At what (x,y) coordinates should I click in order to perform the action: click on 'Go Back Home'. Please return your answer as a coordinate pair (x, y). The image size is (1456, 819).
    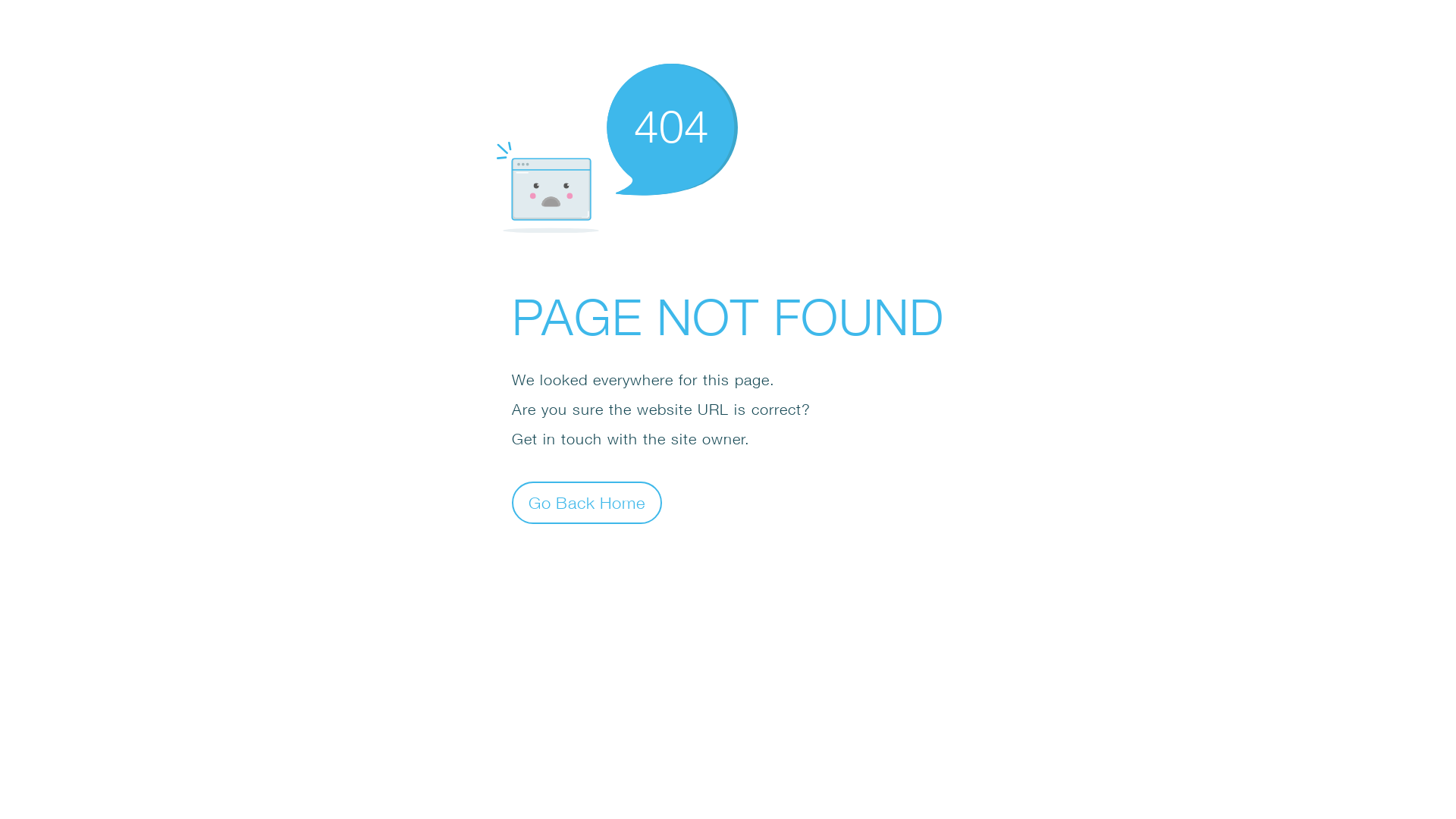
    Looking at the image, I should click on (585, 503).